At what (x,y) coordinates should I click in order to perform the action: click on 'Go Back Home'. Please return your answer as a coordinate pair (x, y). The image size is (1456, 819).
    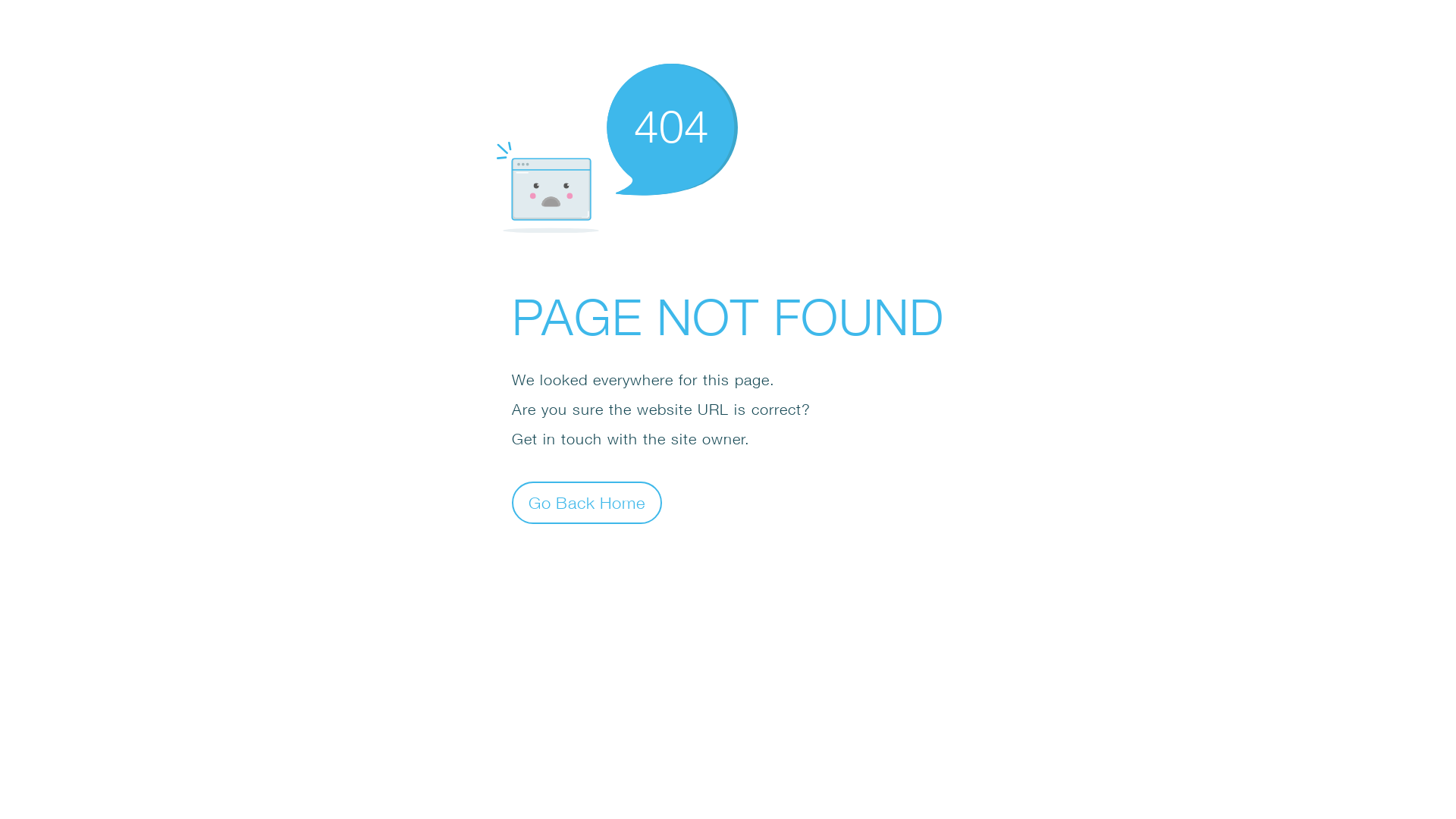
    Looking at the image, I should click on (585, 503).